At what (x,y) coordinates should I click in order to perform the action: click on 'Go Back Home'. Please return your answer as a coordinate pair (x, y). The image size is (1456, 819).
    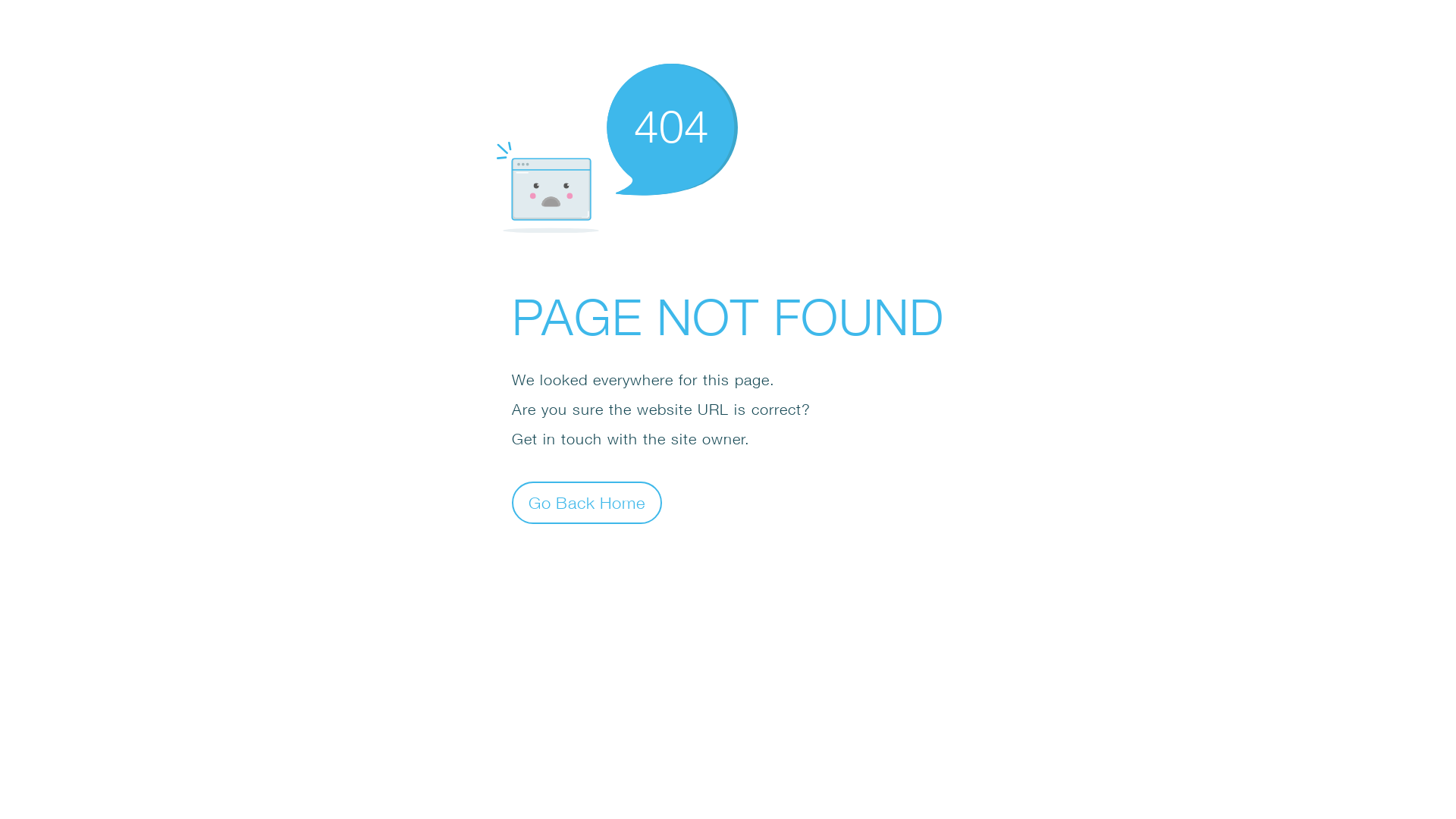
    Looking at the image, I should click on (585, 503).